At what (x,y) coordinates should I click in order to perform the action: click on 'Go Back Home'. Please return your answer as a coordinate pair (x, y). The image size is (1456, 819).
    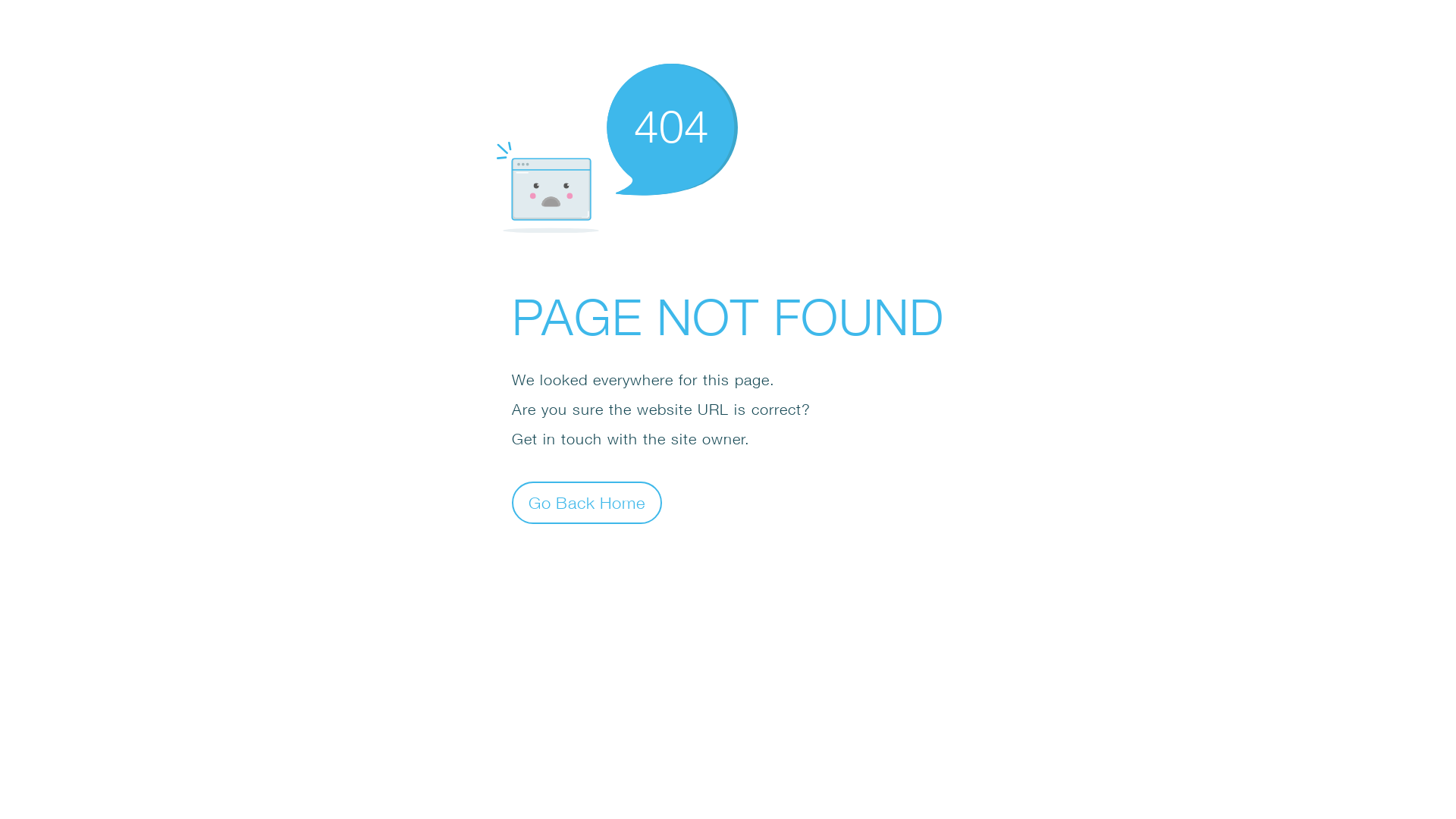
    Looking at the image, I should click on (585, 503).